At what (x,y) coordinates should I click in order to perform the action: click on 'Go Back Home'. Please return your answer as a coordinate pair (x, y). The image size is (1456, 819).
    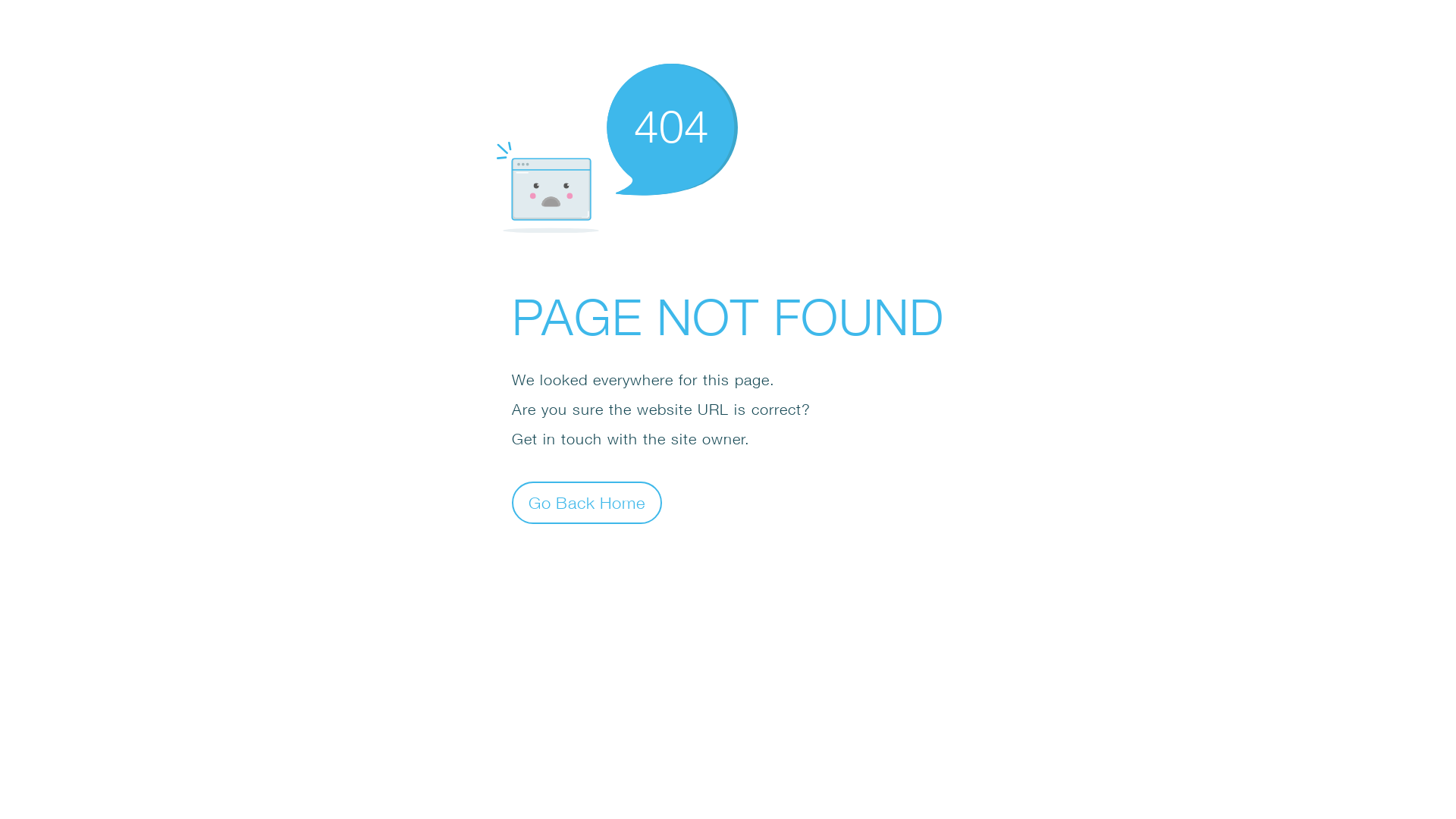
    Looking at the image, I should click on (585, 503).